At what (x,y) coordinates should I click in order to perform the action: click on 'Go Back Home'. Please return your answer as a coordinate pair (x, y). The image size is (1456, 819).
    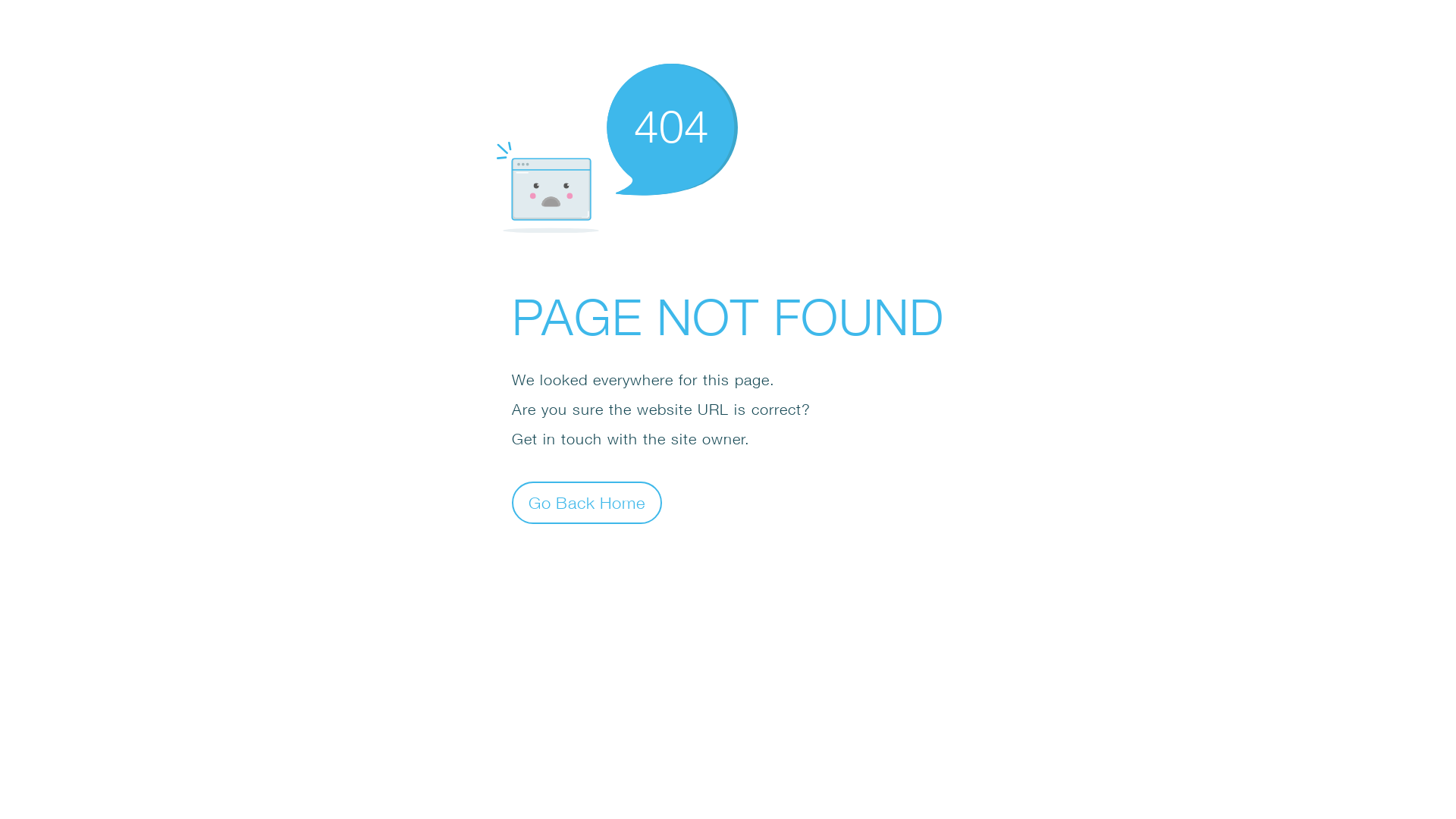
    Looking at the image, I should click on (585, 503).